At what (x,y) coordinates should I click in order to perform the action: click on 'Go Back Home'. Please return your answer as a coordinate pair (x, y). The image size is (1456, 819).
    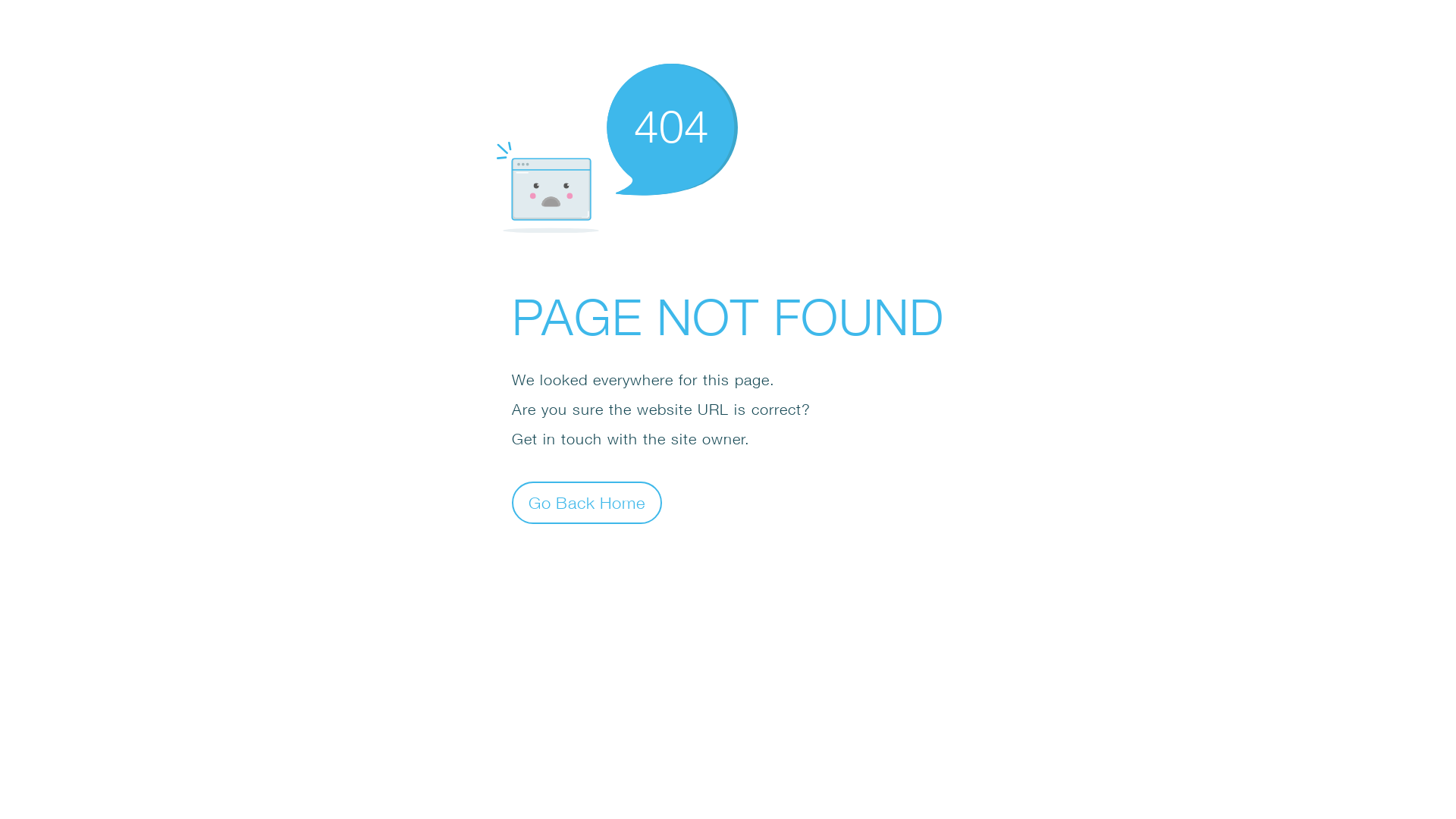
    Looking at the image, I should click on (585, 503).